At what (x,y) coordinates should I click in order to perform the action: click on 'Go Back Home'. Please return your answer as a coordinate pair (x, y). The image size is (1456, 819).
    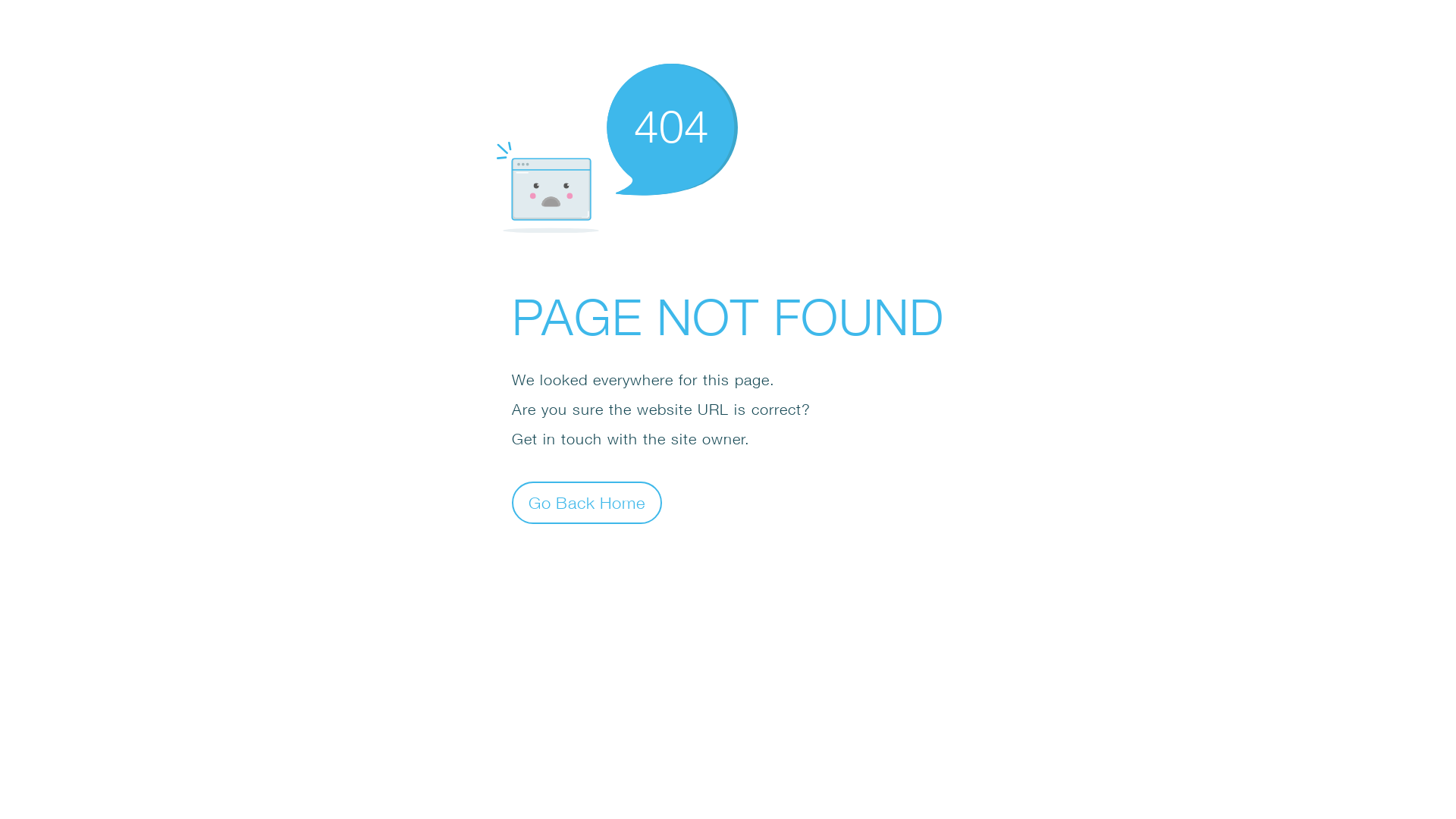
    Looking at the image, I should click on (585, 503).